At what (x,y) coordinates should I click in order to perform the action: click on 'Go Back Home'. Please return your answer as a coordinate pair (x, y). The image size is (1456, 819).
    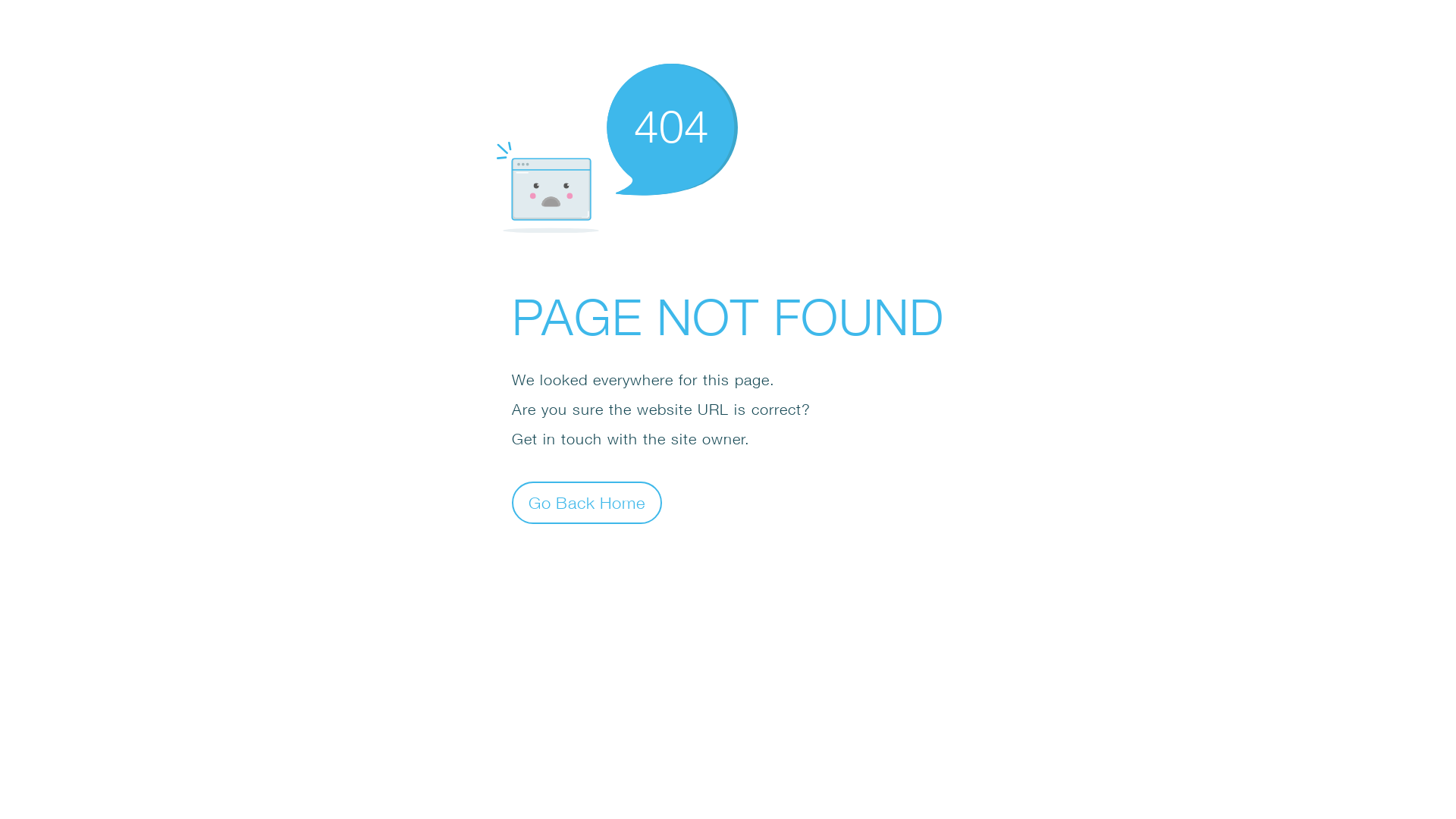
    Looking at the image, I should click on (585, 503).